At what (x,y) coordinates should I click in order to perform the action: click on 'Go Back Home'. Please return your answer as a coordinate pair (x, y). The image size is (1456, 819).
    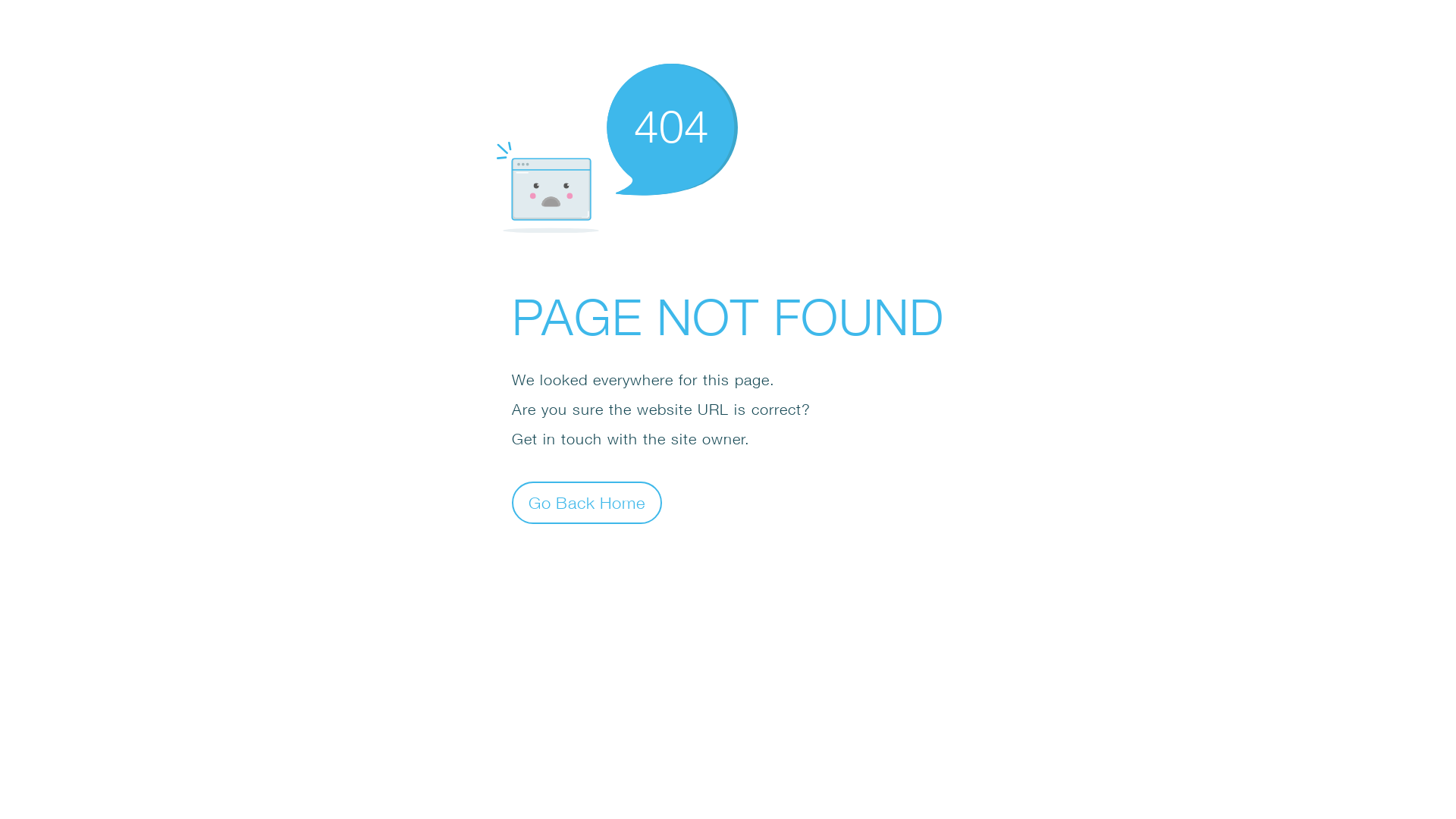
    Looking at the image, I should click on (585, 503).